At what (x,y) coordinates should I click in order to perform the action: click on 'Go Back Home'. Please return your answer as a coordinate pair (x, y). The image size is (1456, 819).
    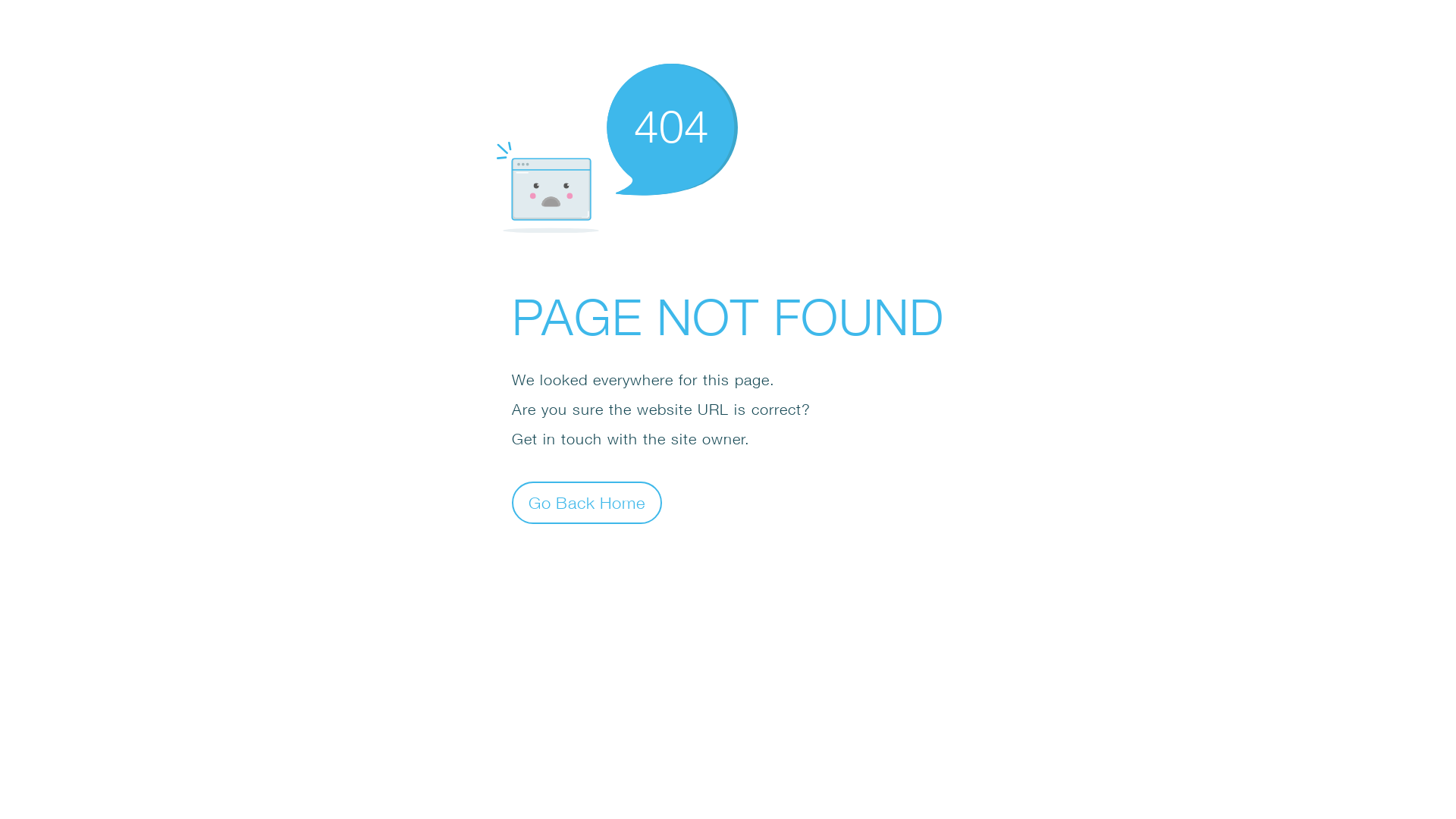
    Looking at the image, I should click on (585, 503).